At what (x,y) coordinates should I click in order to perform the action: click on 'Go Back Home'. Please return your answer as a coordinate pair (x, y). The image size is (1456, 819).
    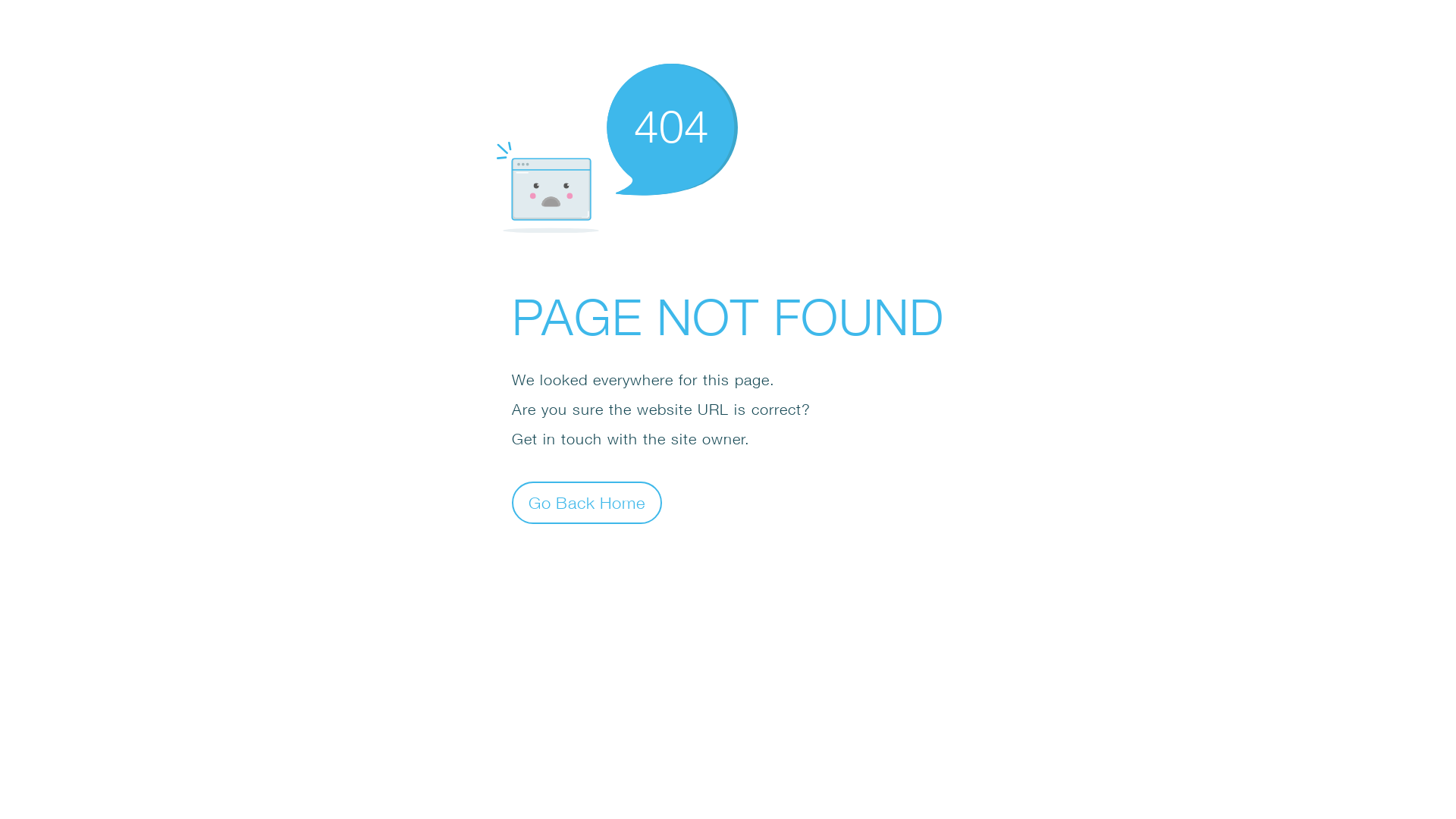
    Looking at the image, I should click on (585, 503).